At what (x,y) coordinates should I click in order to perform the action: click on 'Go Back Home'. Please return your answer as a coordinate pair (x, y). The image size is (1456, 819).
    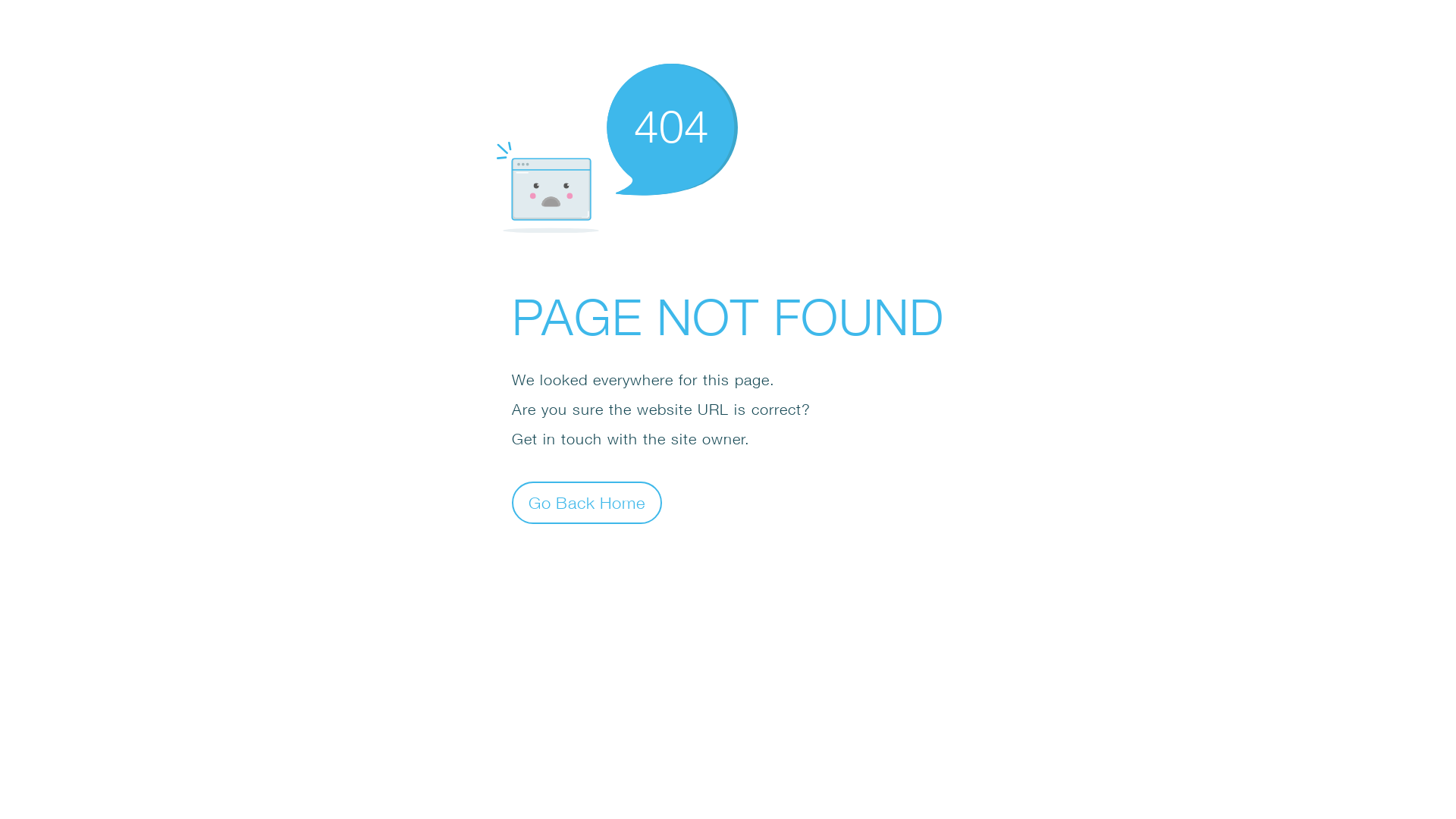
    Looking at the image, I should click on (585, 503).